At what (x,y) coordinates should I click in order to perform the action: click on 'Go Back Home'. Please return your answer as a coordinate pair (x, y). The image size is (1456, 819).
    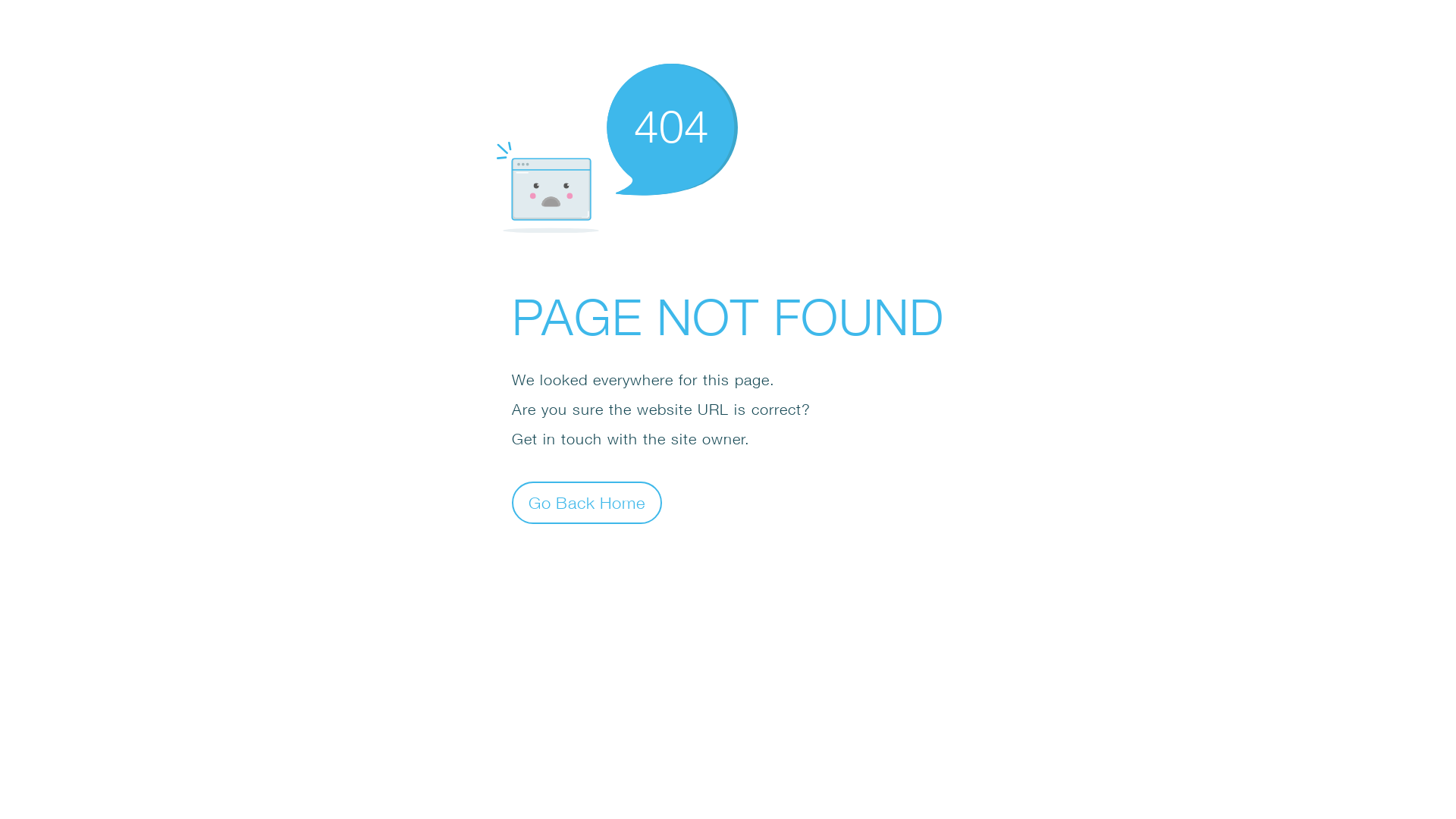
    Looking at the image, I should click on (585, 503).